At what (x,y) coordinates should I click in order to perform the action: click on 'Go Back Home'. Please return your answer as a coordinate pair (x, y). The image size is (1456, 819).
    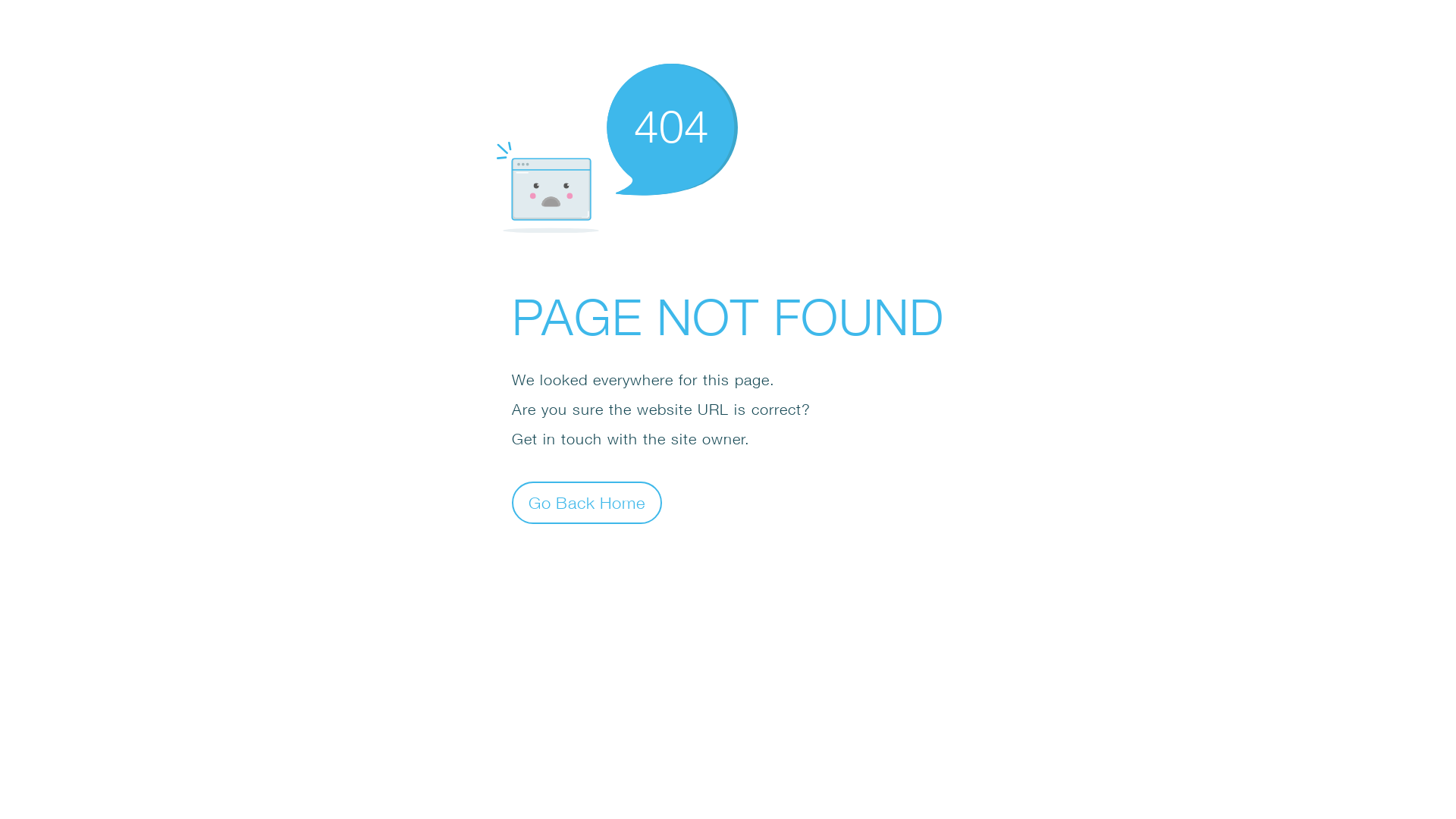
    Looking at the image, I should click on (585, 503).